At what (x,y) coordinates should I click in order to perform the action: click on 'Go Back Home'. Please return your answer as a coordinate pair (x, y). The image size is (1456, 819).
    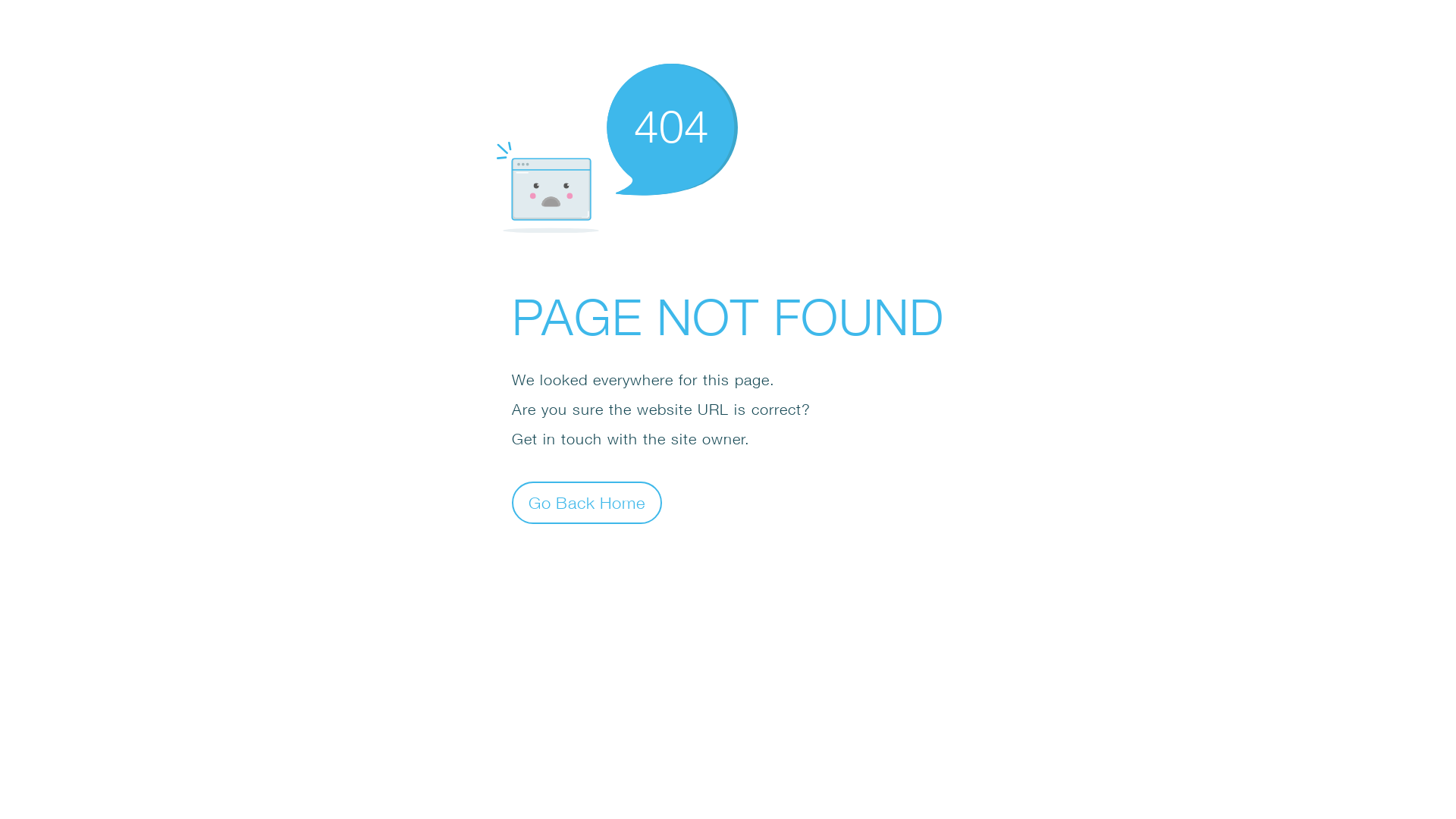
    Looking at the image, I should click on (585, 503).